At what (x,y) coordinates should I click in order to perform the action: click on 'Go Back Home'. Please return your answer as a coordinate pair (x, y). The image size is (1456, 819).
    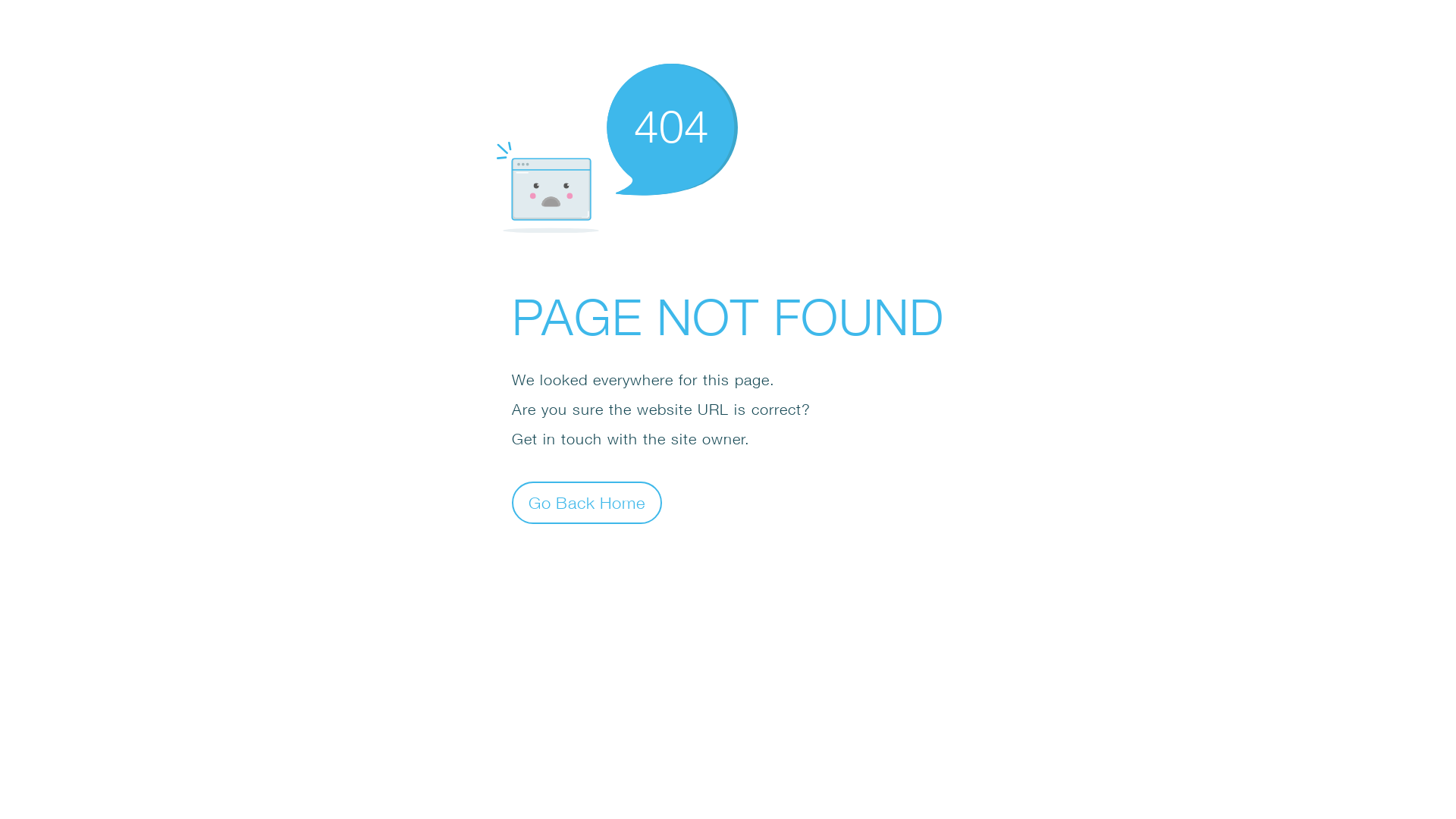
    Looking at the image, I should click on (585, 503).